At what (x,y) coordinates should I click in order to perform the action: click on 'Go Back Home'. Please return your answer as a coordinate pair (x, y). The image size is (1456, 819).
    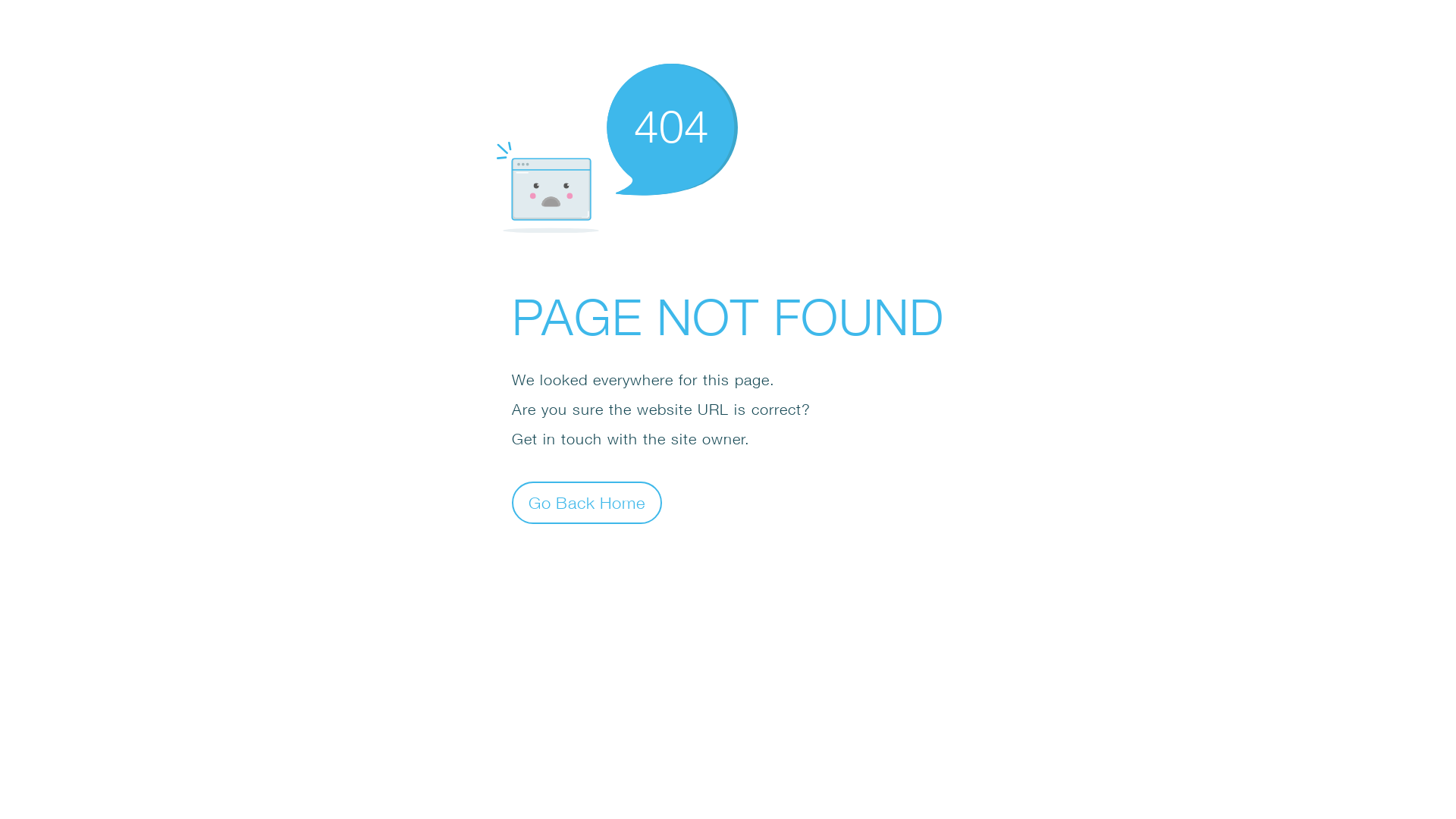
    Looking at the image, I should click on (585, 503).